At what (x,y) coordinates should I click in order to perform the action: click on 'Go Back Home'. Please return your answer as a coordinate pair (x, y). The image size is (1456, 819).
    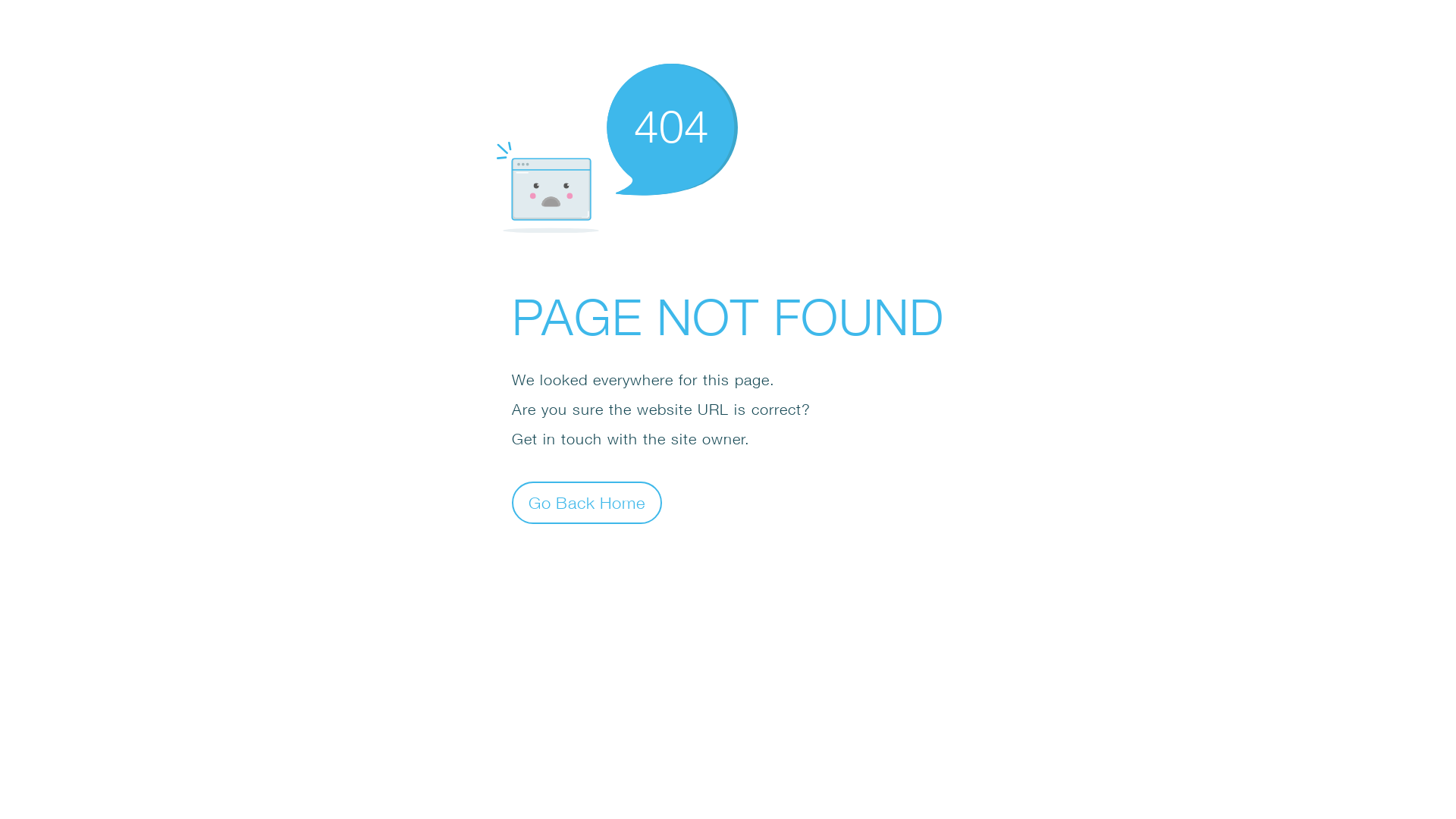
    Looking at the image, I should click on (585, 503).